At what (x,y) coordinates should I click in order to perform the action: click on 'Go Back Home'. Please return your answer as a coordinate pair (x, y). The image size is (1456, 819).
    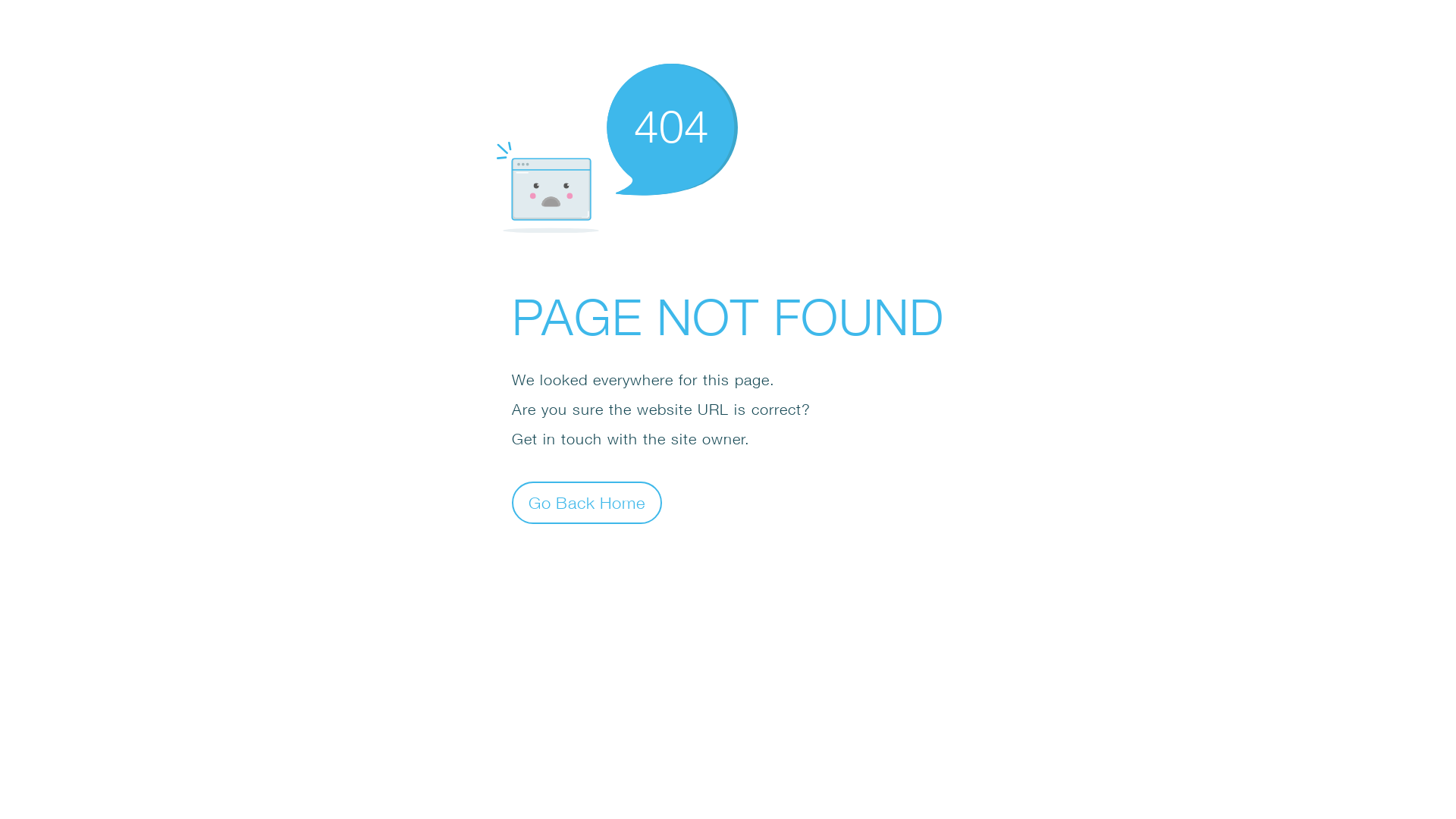
    Looking at the image, I should click on (585, 503).